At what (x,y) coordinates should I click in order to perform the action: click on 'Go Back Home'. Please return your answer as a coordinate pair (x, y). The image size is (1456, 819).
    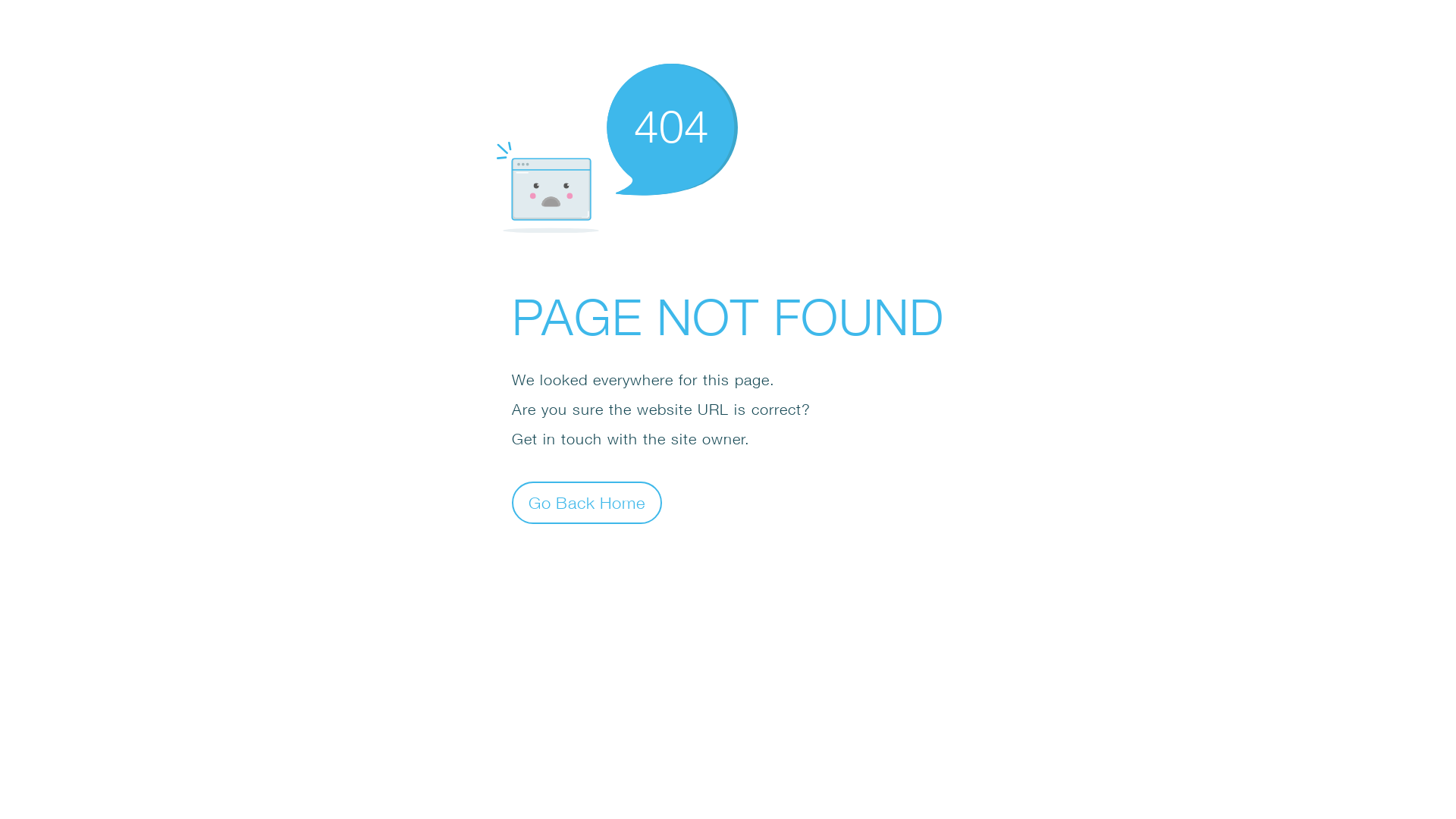
    Looking at the image, I should click on (585, 503).